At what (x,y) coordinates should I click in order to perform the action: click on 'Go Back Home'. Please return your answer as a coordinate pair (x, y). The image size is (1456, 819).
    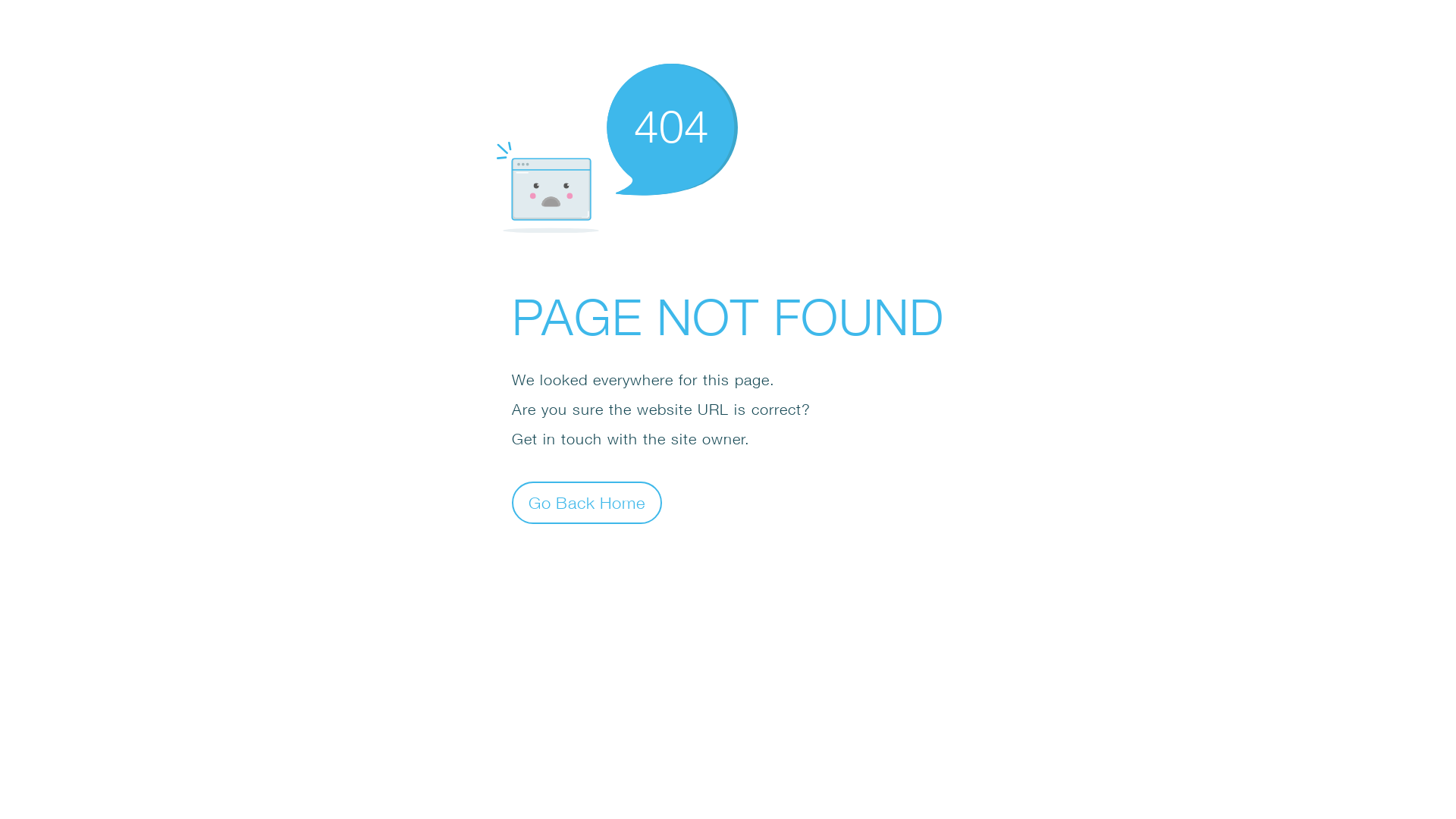
    Looking at the image, I should click on (585, 503).